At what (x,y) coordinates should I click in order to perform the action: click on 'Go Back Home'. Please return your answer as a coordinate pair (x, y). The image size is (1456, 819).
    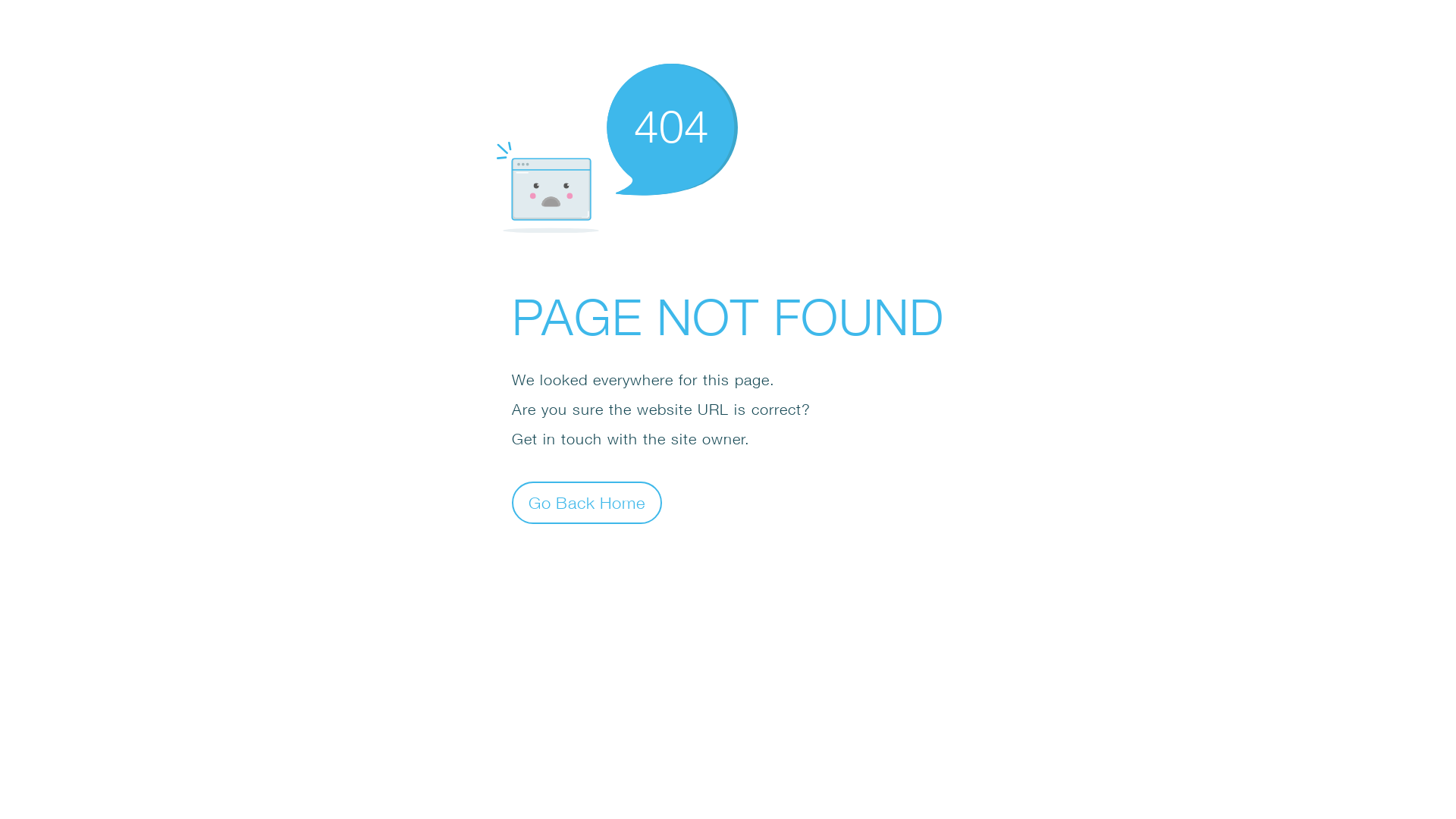
    Looking at the image, I should click on (585, 503).